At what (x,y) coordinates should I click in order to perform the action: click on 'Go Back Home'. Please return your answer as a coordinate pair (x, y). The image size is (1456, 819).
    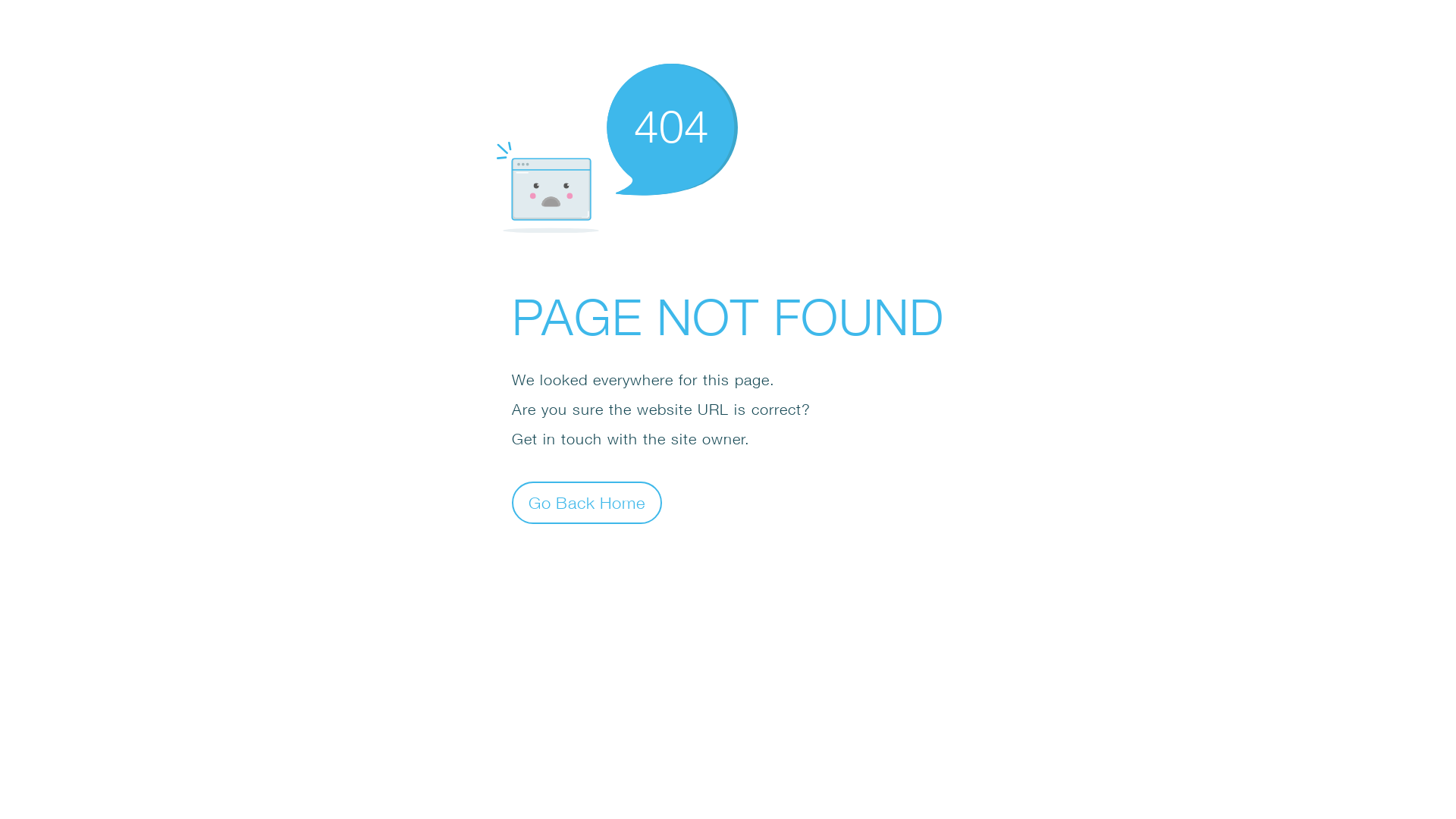
    Looking at the image, I should click on (585, 503).